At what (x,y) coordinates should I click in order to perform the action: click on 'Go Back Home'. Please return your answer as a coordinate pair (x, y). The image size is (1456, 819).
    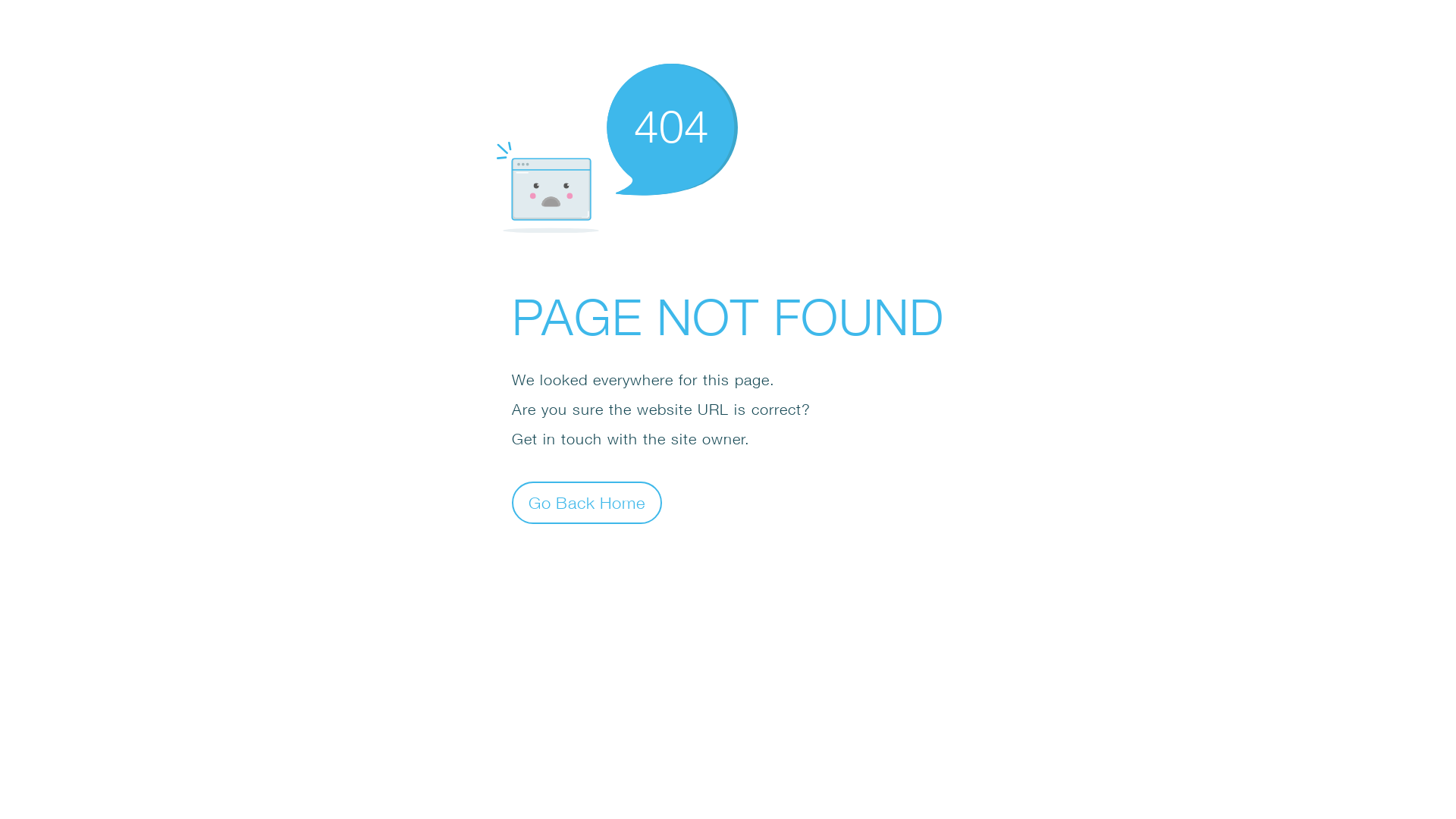
    Looking at the image, I should click on (585, 503).